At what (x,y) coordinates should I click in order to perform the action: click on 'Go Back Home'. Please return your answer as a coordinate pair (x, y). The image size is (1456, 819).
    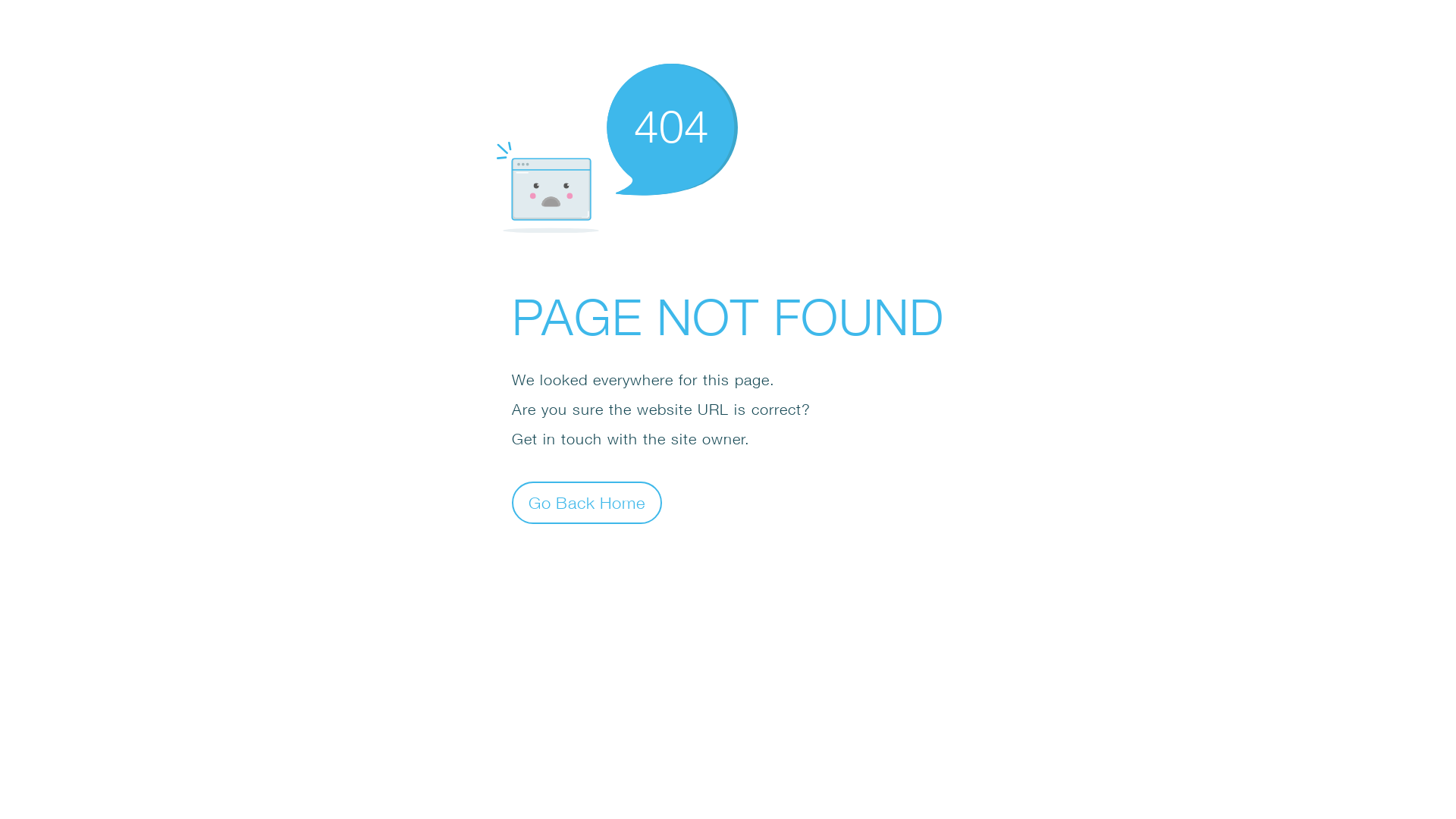
    Looking at the image, I should click on (585, 503).